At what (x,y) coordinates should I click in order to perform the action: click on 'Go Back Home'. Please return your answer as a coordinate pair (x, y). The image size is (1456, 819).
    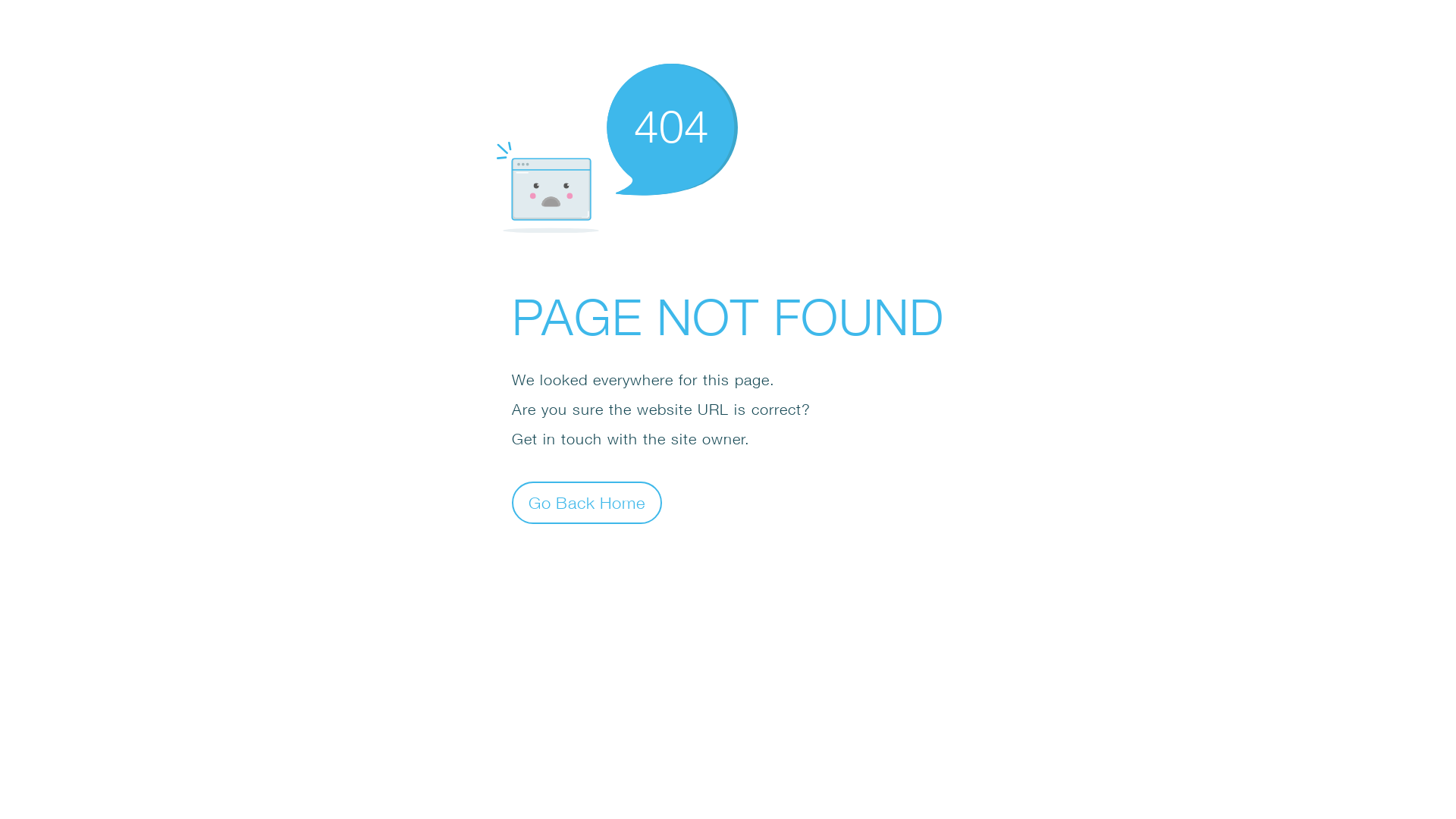
    Looking at the image, I should click on (585, 503).